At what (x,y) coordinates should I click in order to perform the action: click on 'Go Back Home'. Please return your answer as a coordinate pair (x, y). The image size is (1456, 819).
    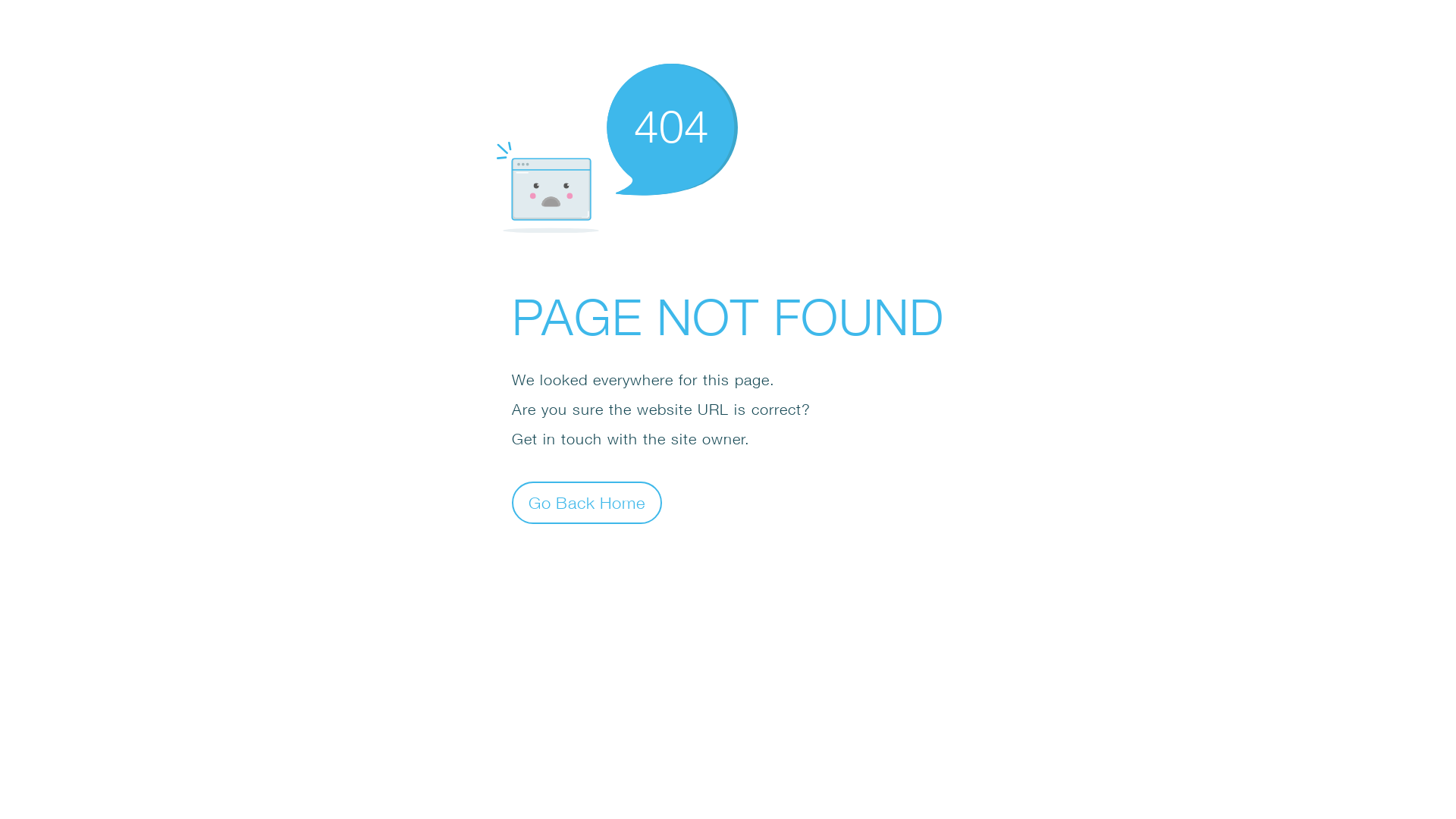
    Looking at the image, I should click on (585, 503).